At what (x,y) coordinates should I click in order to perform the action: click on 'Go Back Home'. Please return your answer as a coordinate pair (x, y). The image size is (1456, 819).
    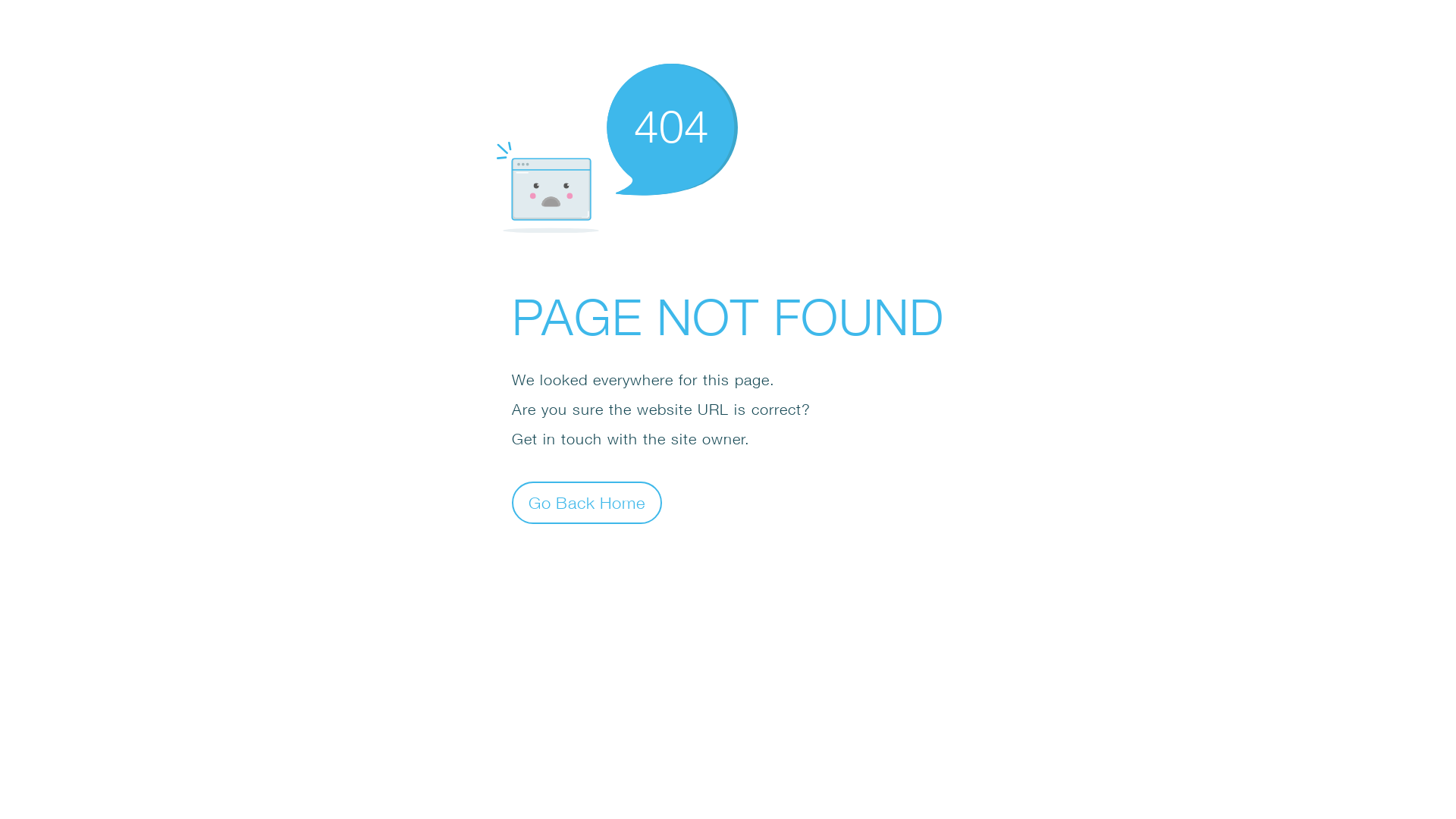
    Looking at the image, I should click on (585, 503).